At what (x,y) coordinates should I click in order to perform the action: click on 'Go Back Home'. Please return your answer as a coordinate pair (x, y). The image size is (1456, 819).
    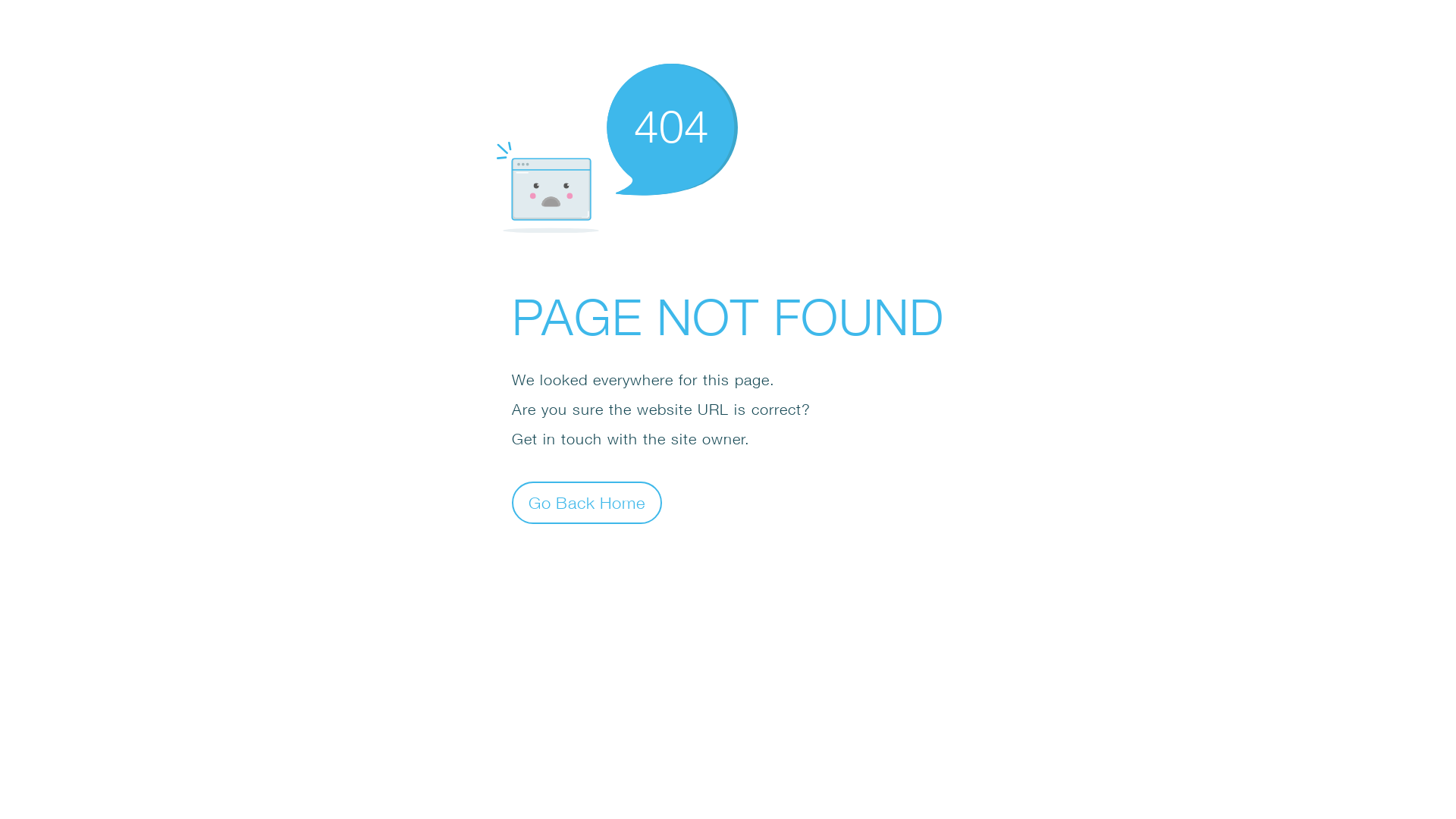
    Looking at the image, I should click on (585, 503).